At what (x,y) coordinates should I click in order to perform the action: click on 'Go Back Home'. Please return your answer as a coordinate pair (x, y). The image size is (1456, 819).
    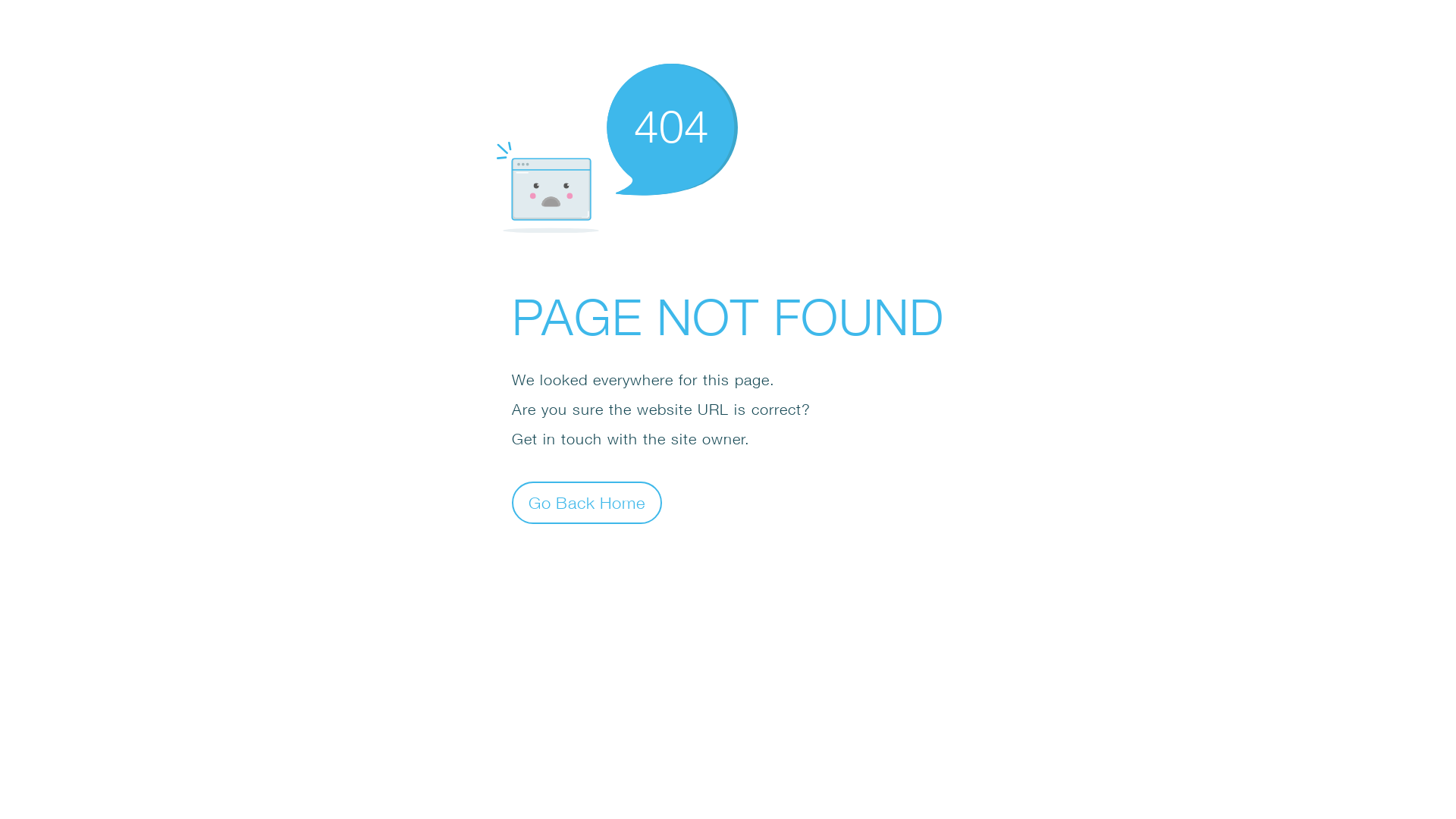
    Looking at the image, I should click on (585, 503).